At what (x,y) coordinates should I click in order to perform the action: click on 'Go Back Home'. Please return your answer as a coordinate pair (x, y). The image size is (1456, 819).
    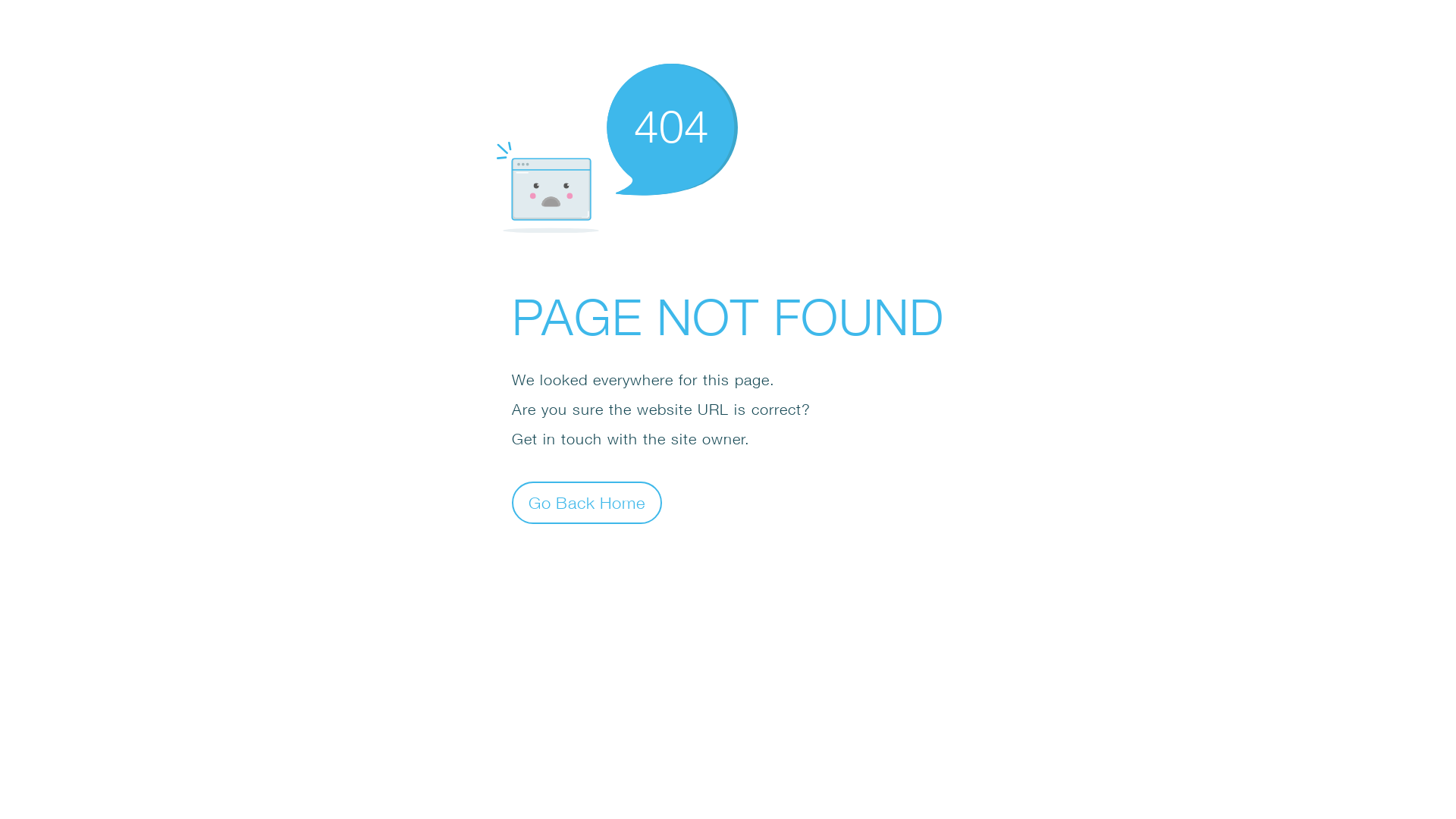
    Looking at the image, I should click on (585, 503).